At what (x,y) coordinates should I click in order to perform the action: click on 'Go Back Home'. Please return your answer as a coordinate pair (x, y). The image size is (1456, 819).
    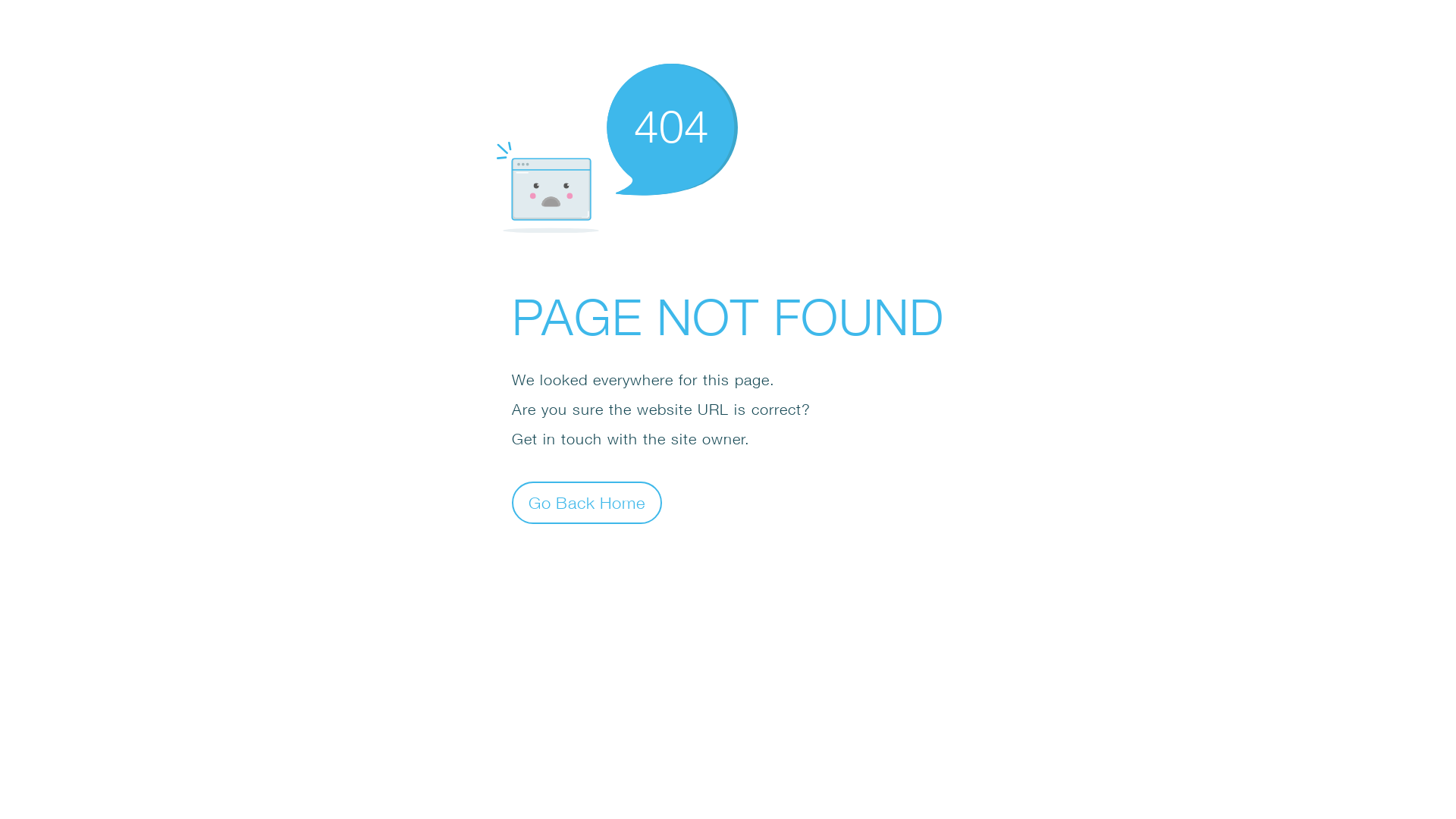
    Looking at the image, I should click on (585, 503).